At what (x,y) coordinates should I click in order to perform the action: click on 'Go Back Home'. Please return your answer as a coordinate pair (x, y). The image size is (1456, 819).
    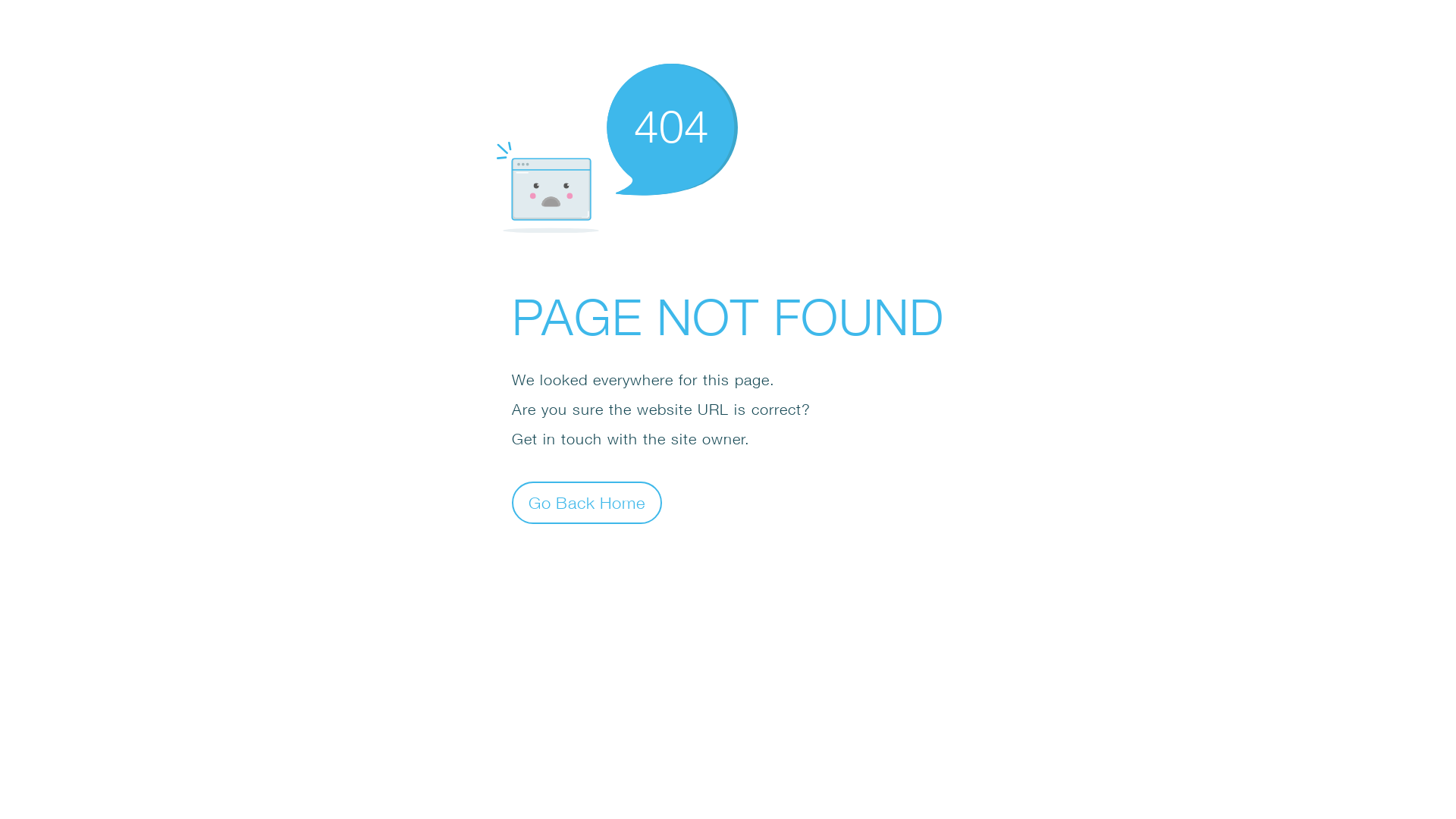
    Looking at the image, I should click on (585, 503).